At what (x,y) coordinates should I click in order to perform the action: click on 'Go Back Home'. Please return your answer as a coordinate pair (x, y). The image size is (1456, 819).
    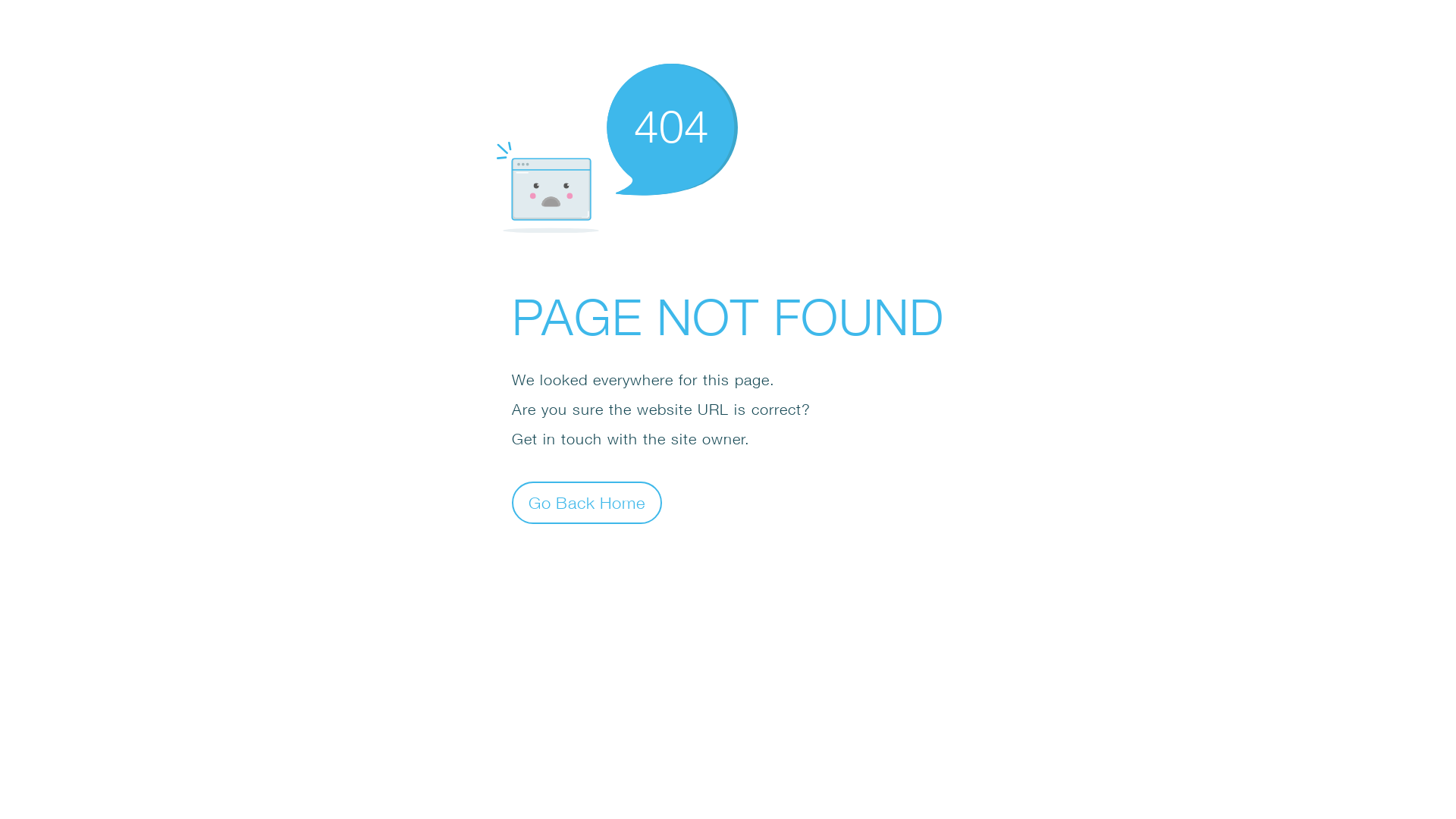
    Looking at the image, I should click on (585, 503).